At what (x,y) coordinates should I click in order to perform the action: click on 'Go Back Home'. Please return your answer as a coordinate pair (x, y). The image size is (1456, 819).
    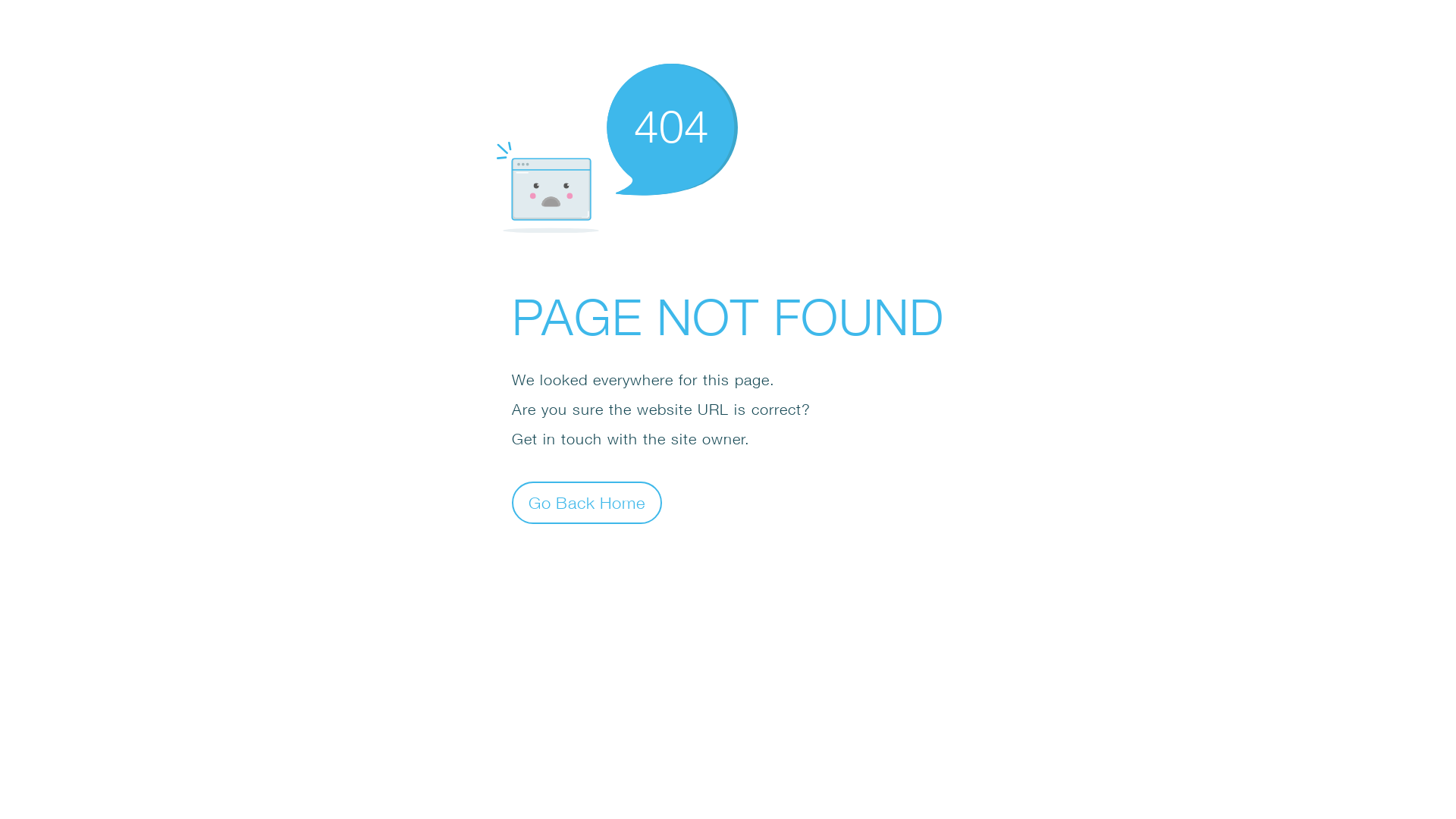
    Looking at the image, I should click on (585, 503).